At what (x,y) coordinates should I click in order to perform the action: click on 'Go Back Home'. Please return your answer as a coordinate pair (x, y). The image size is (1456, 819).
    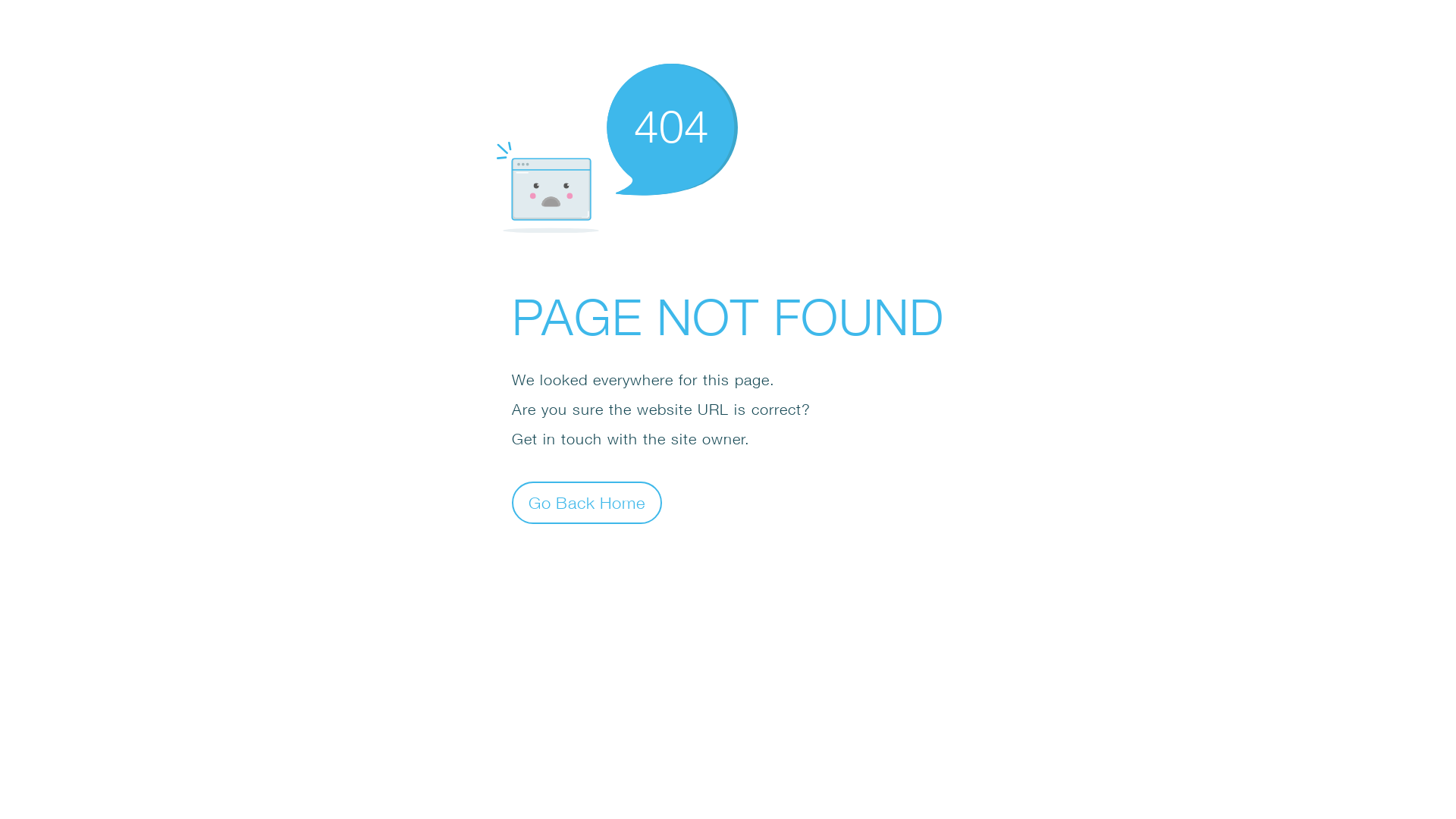
    Looking at the image, I should click on (585, 503).